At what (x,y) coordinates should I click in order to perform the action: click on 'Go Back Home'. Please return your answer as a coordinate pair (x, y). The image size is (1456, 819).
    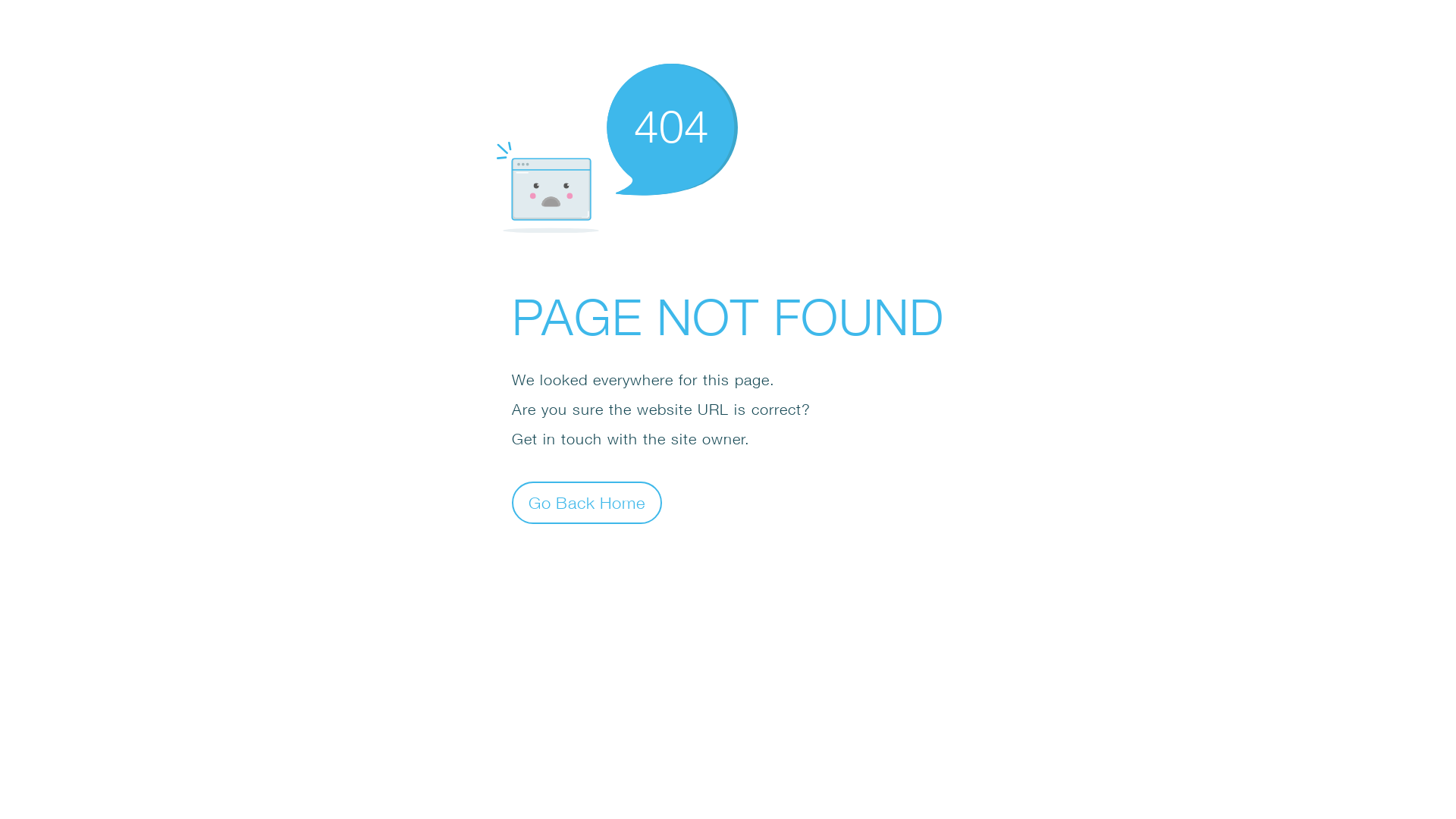
    Looking at the image, I should click on (585, 503).